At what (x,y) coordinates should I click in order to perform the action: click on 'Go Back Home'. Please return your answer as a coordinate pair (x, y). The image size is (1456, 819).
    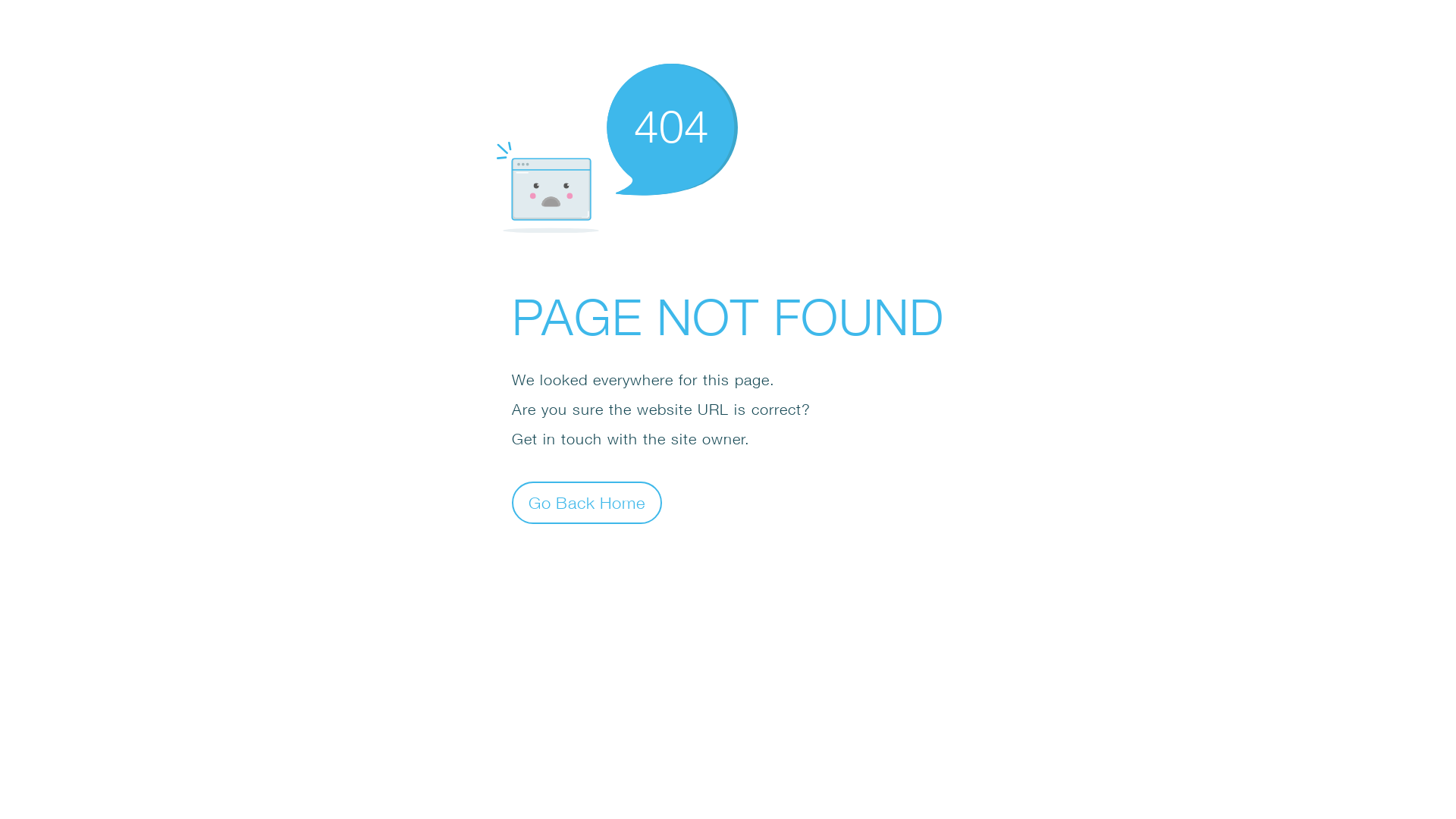
    Looking at the image, I should click on (585, 503).